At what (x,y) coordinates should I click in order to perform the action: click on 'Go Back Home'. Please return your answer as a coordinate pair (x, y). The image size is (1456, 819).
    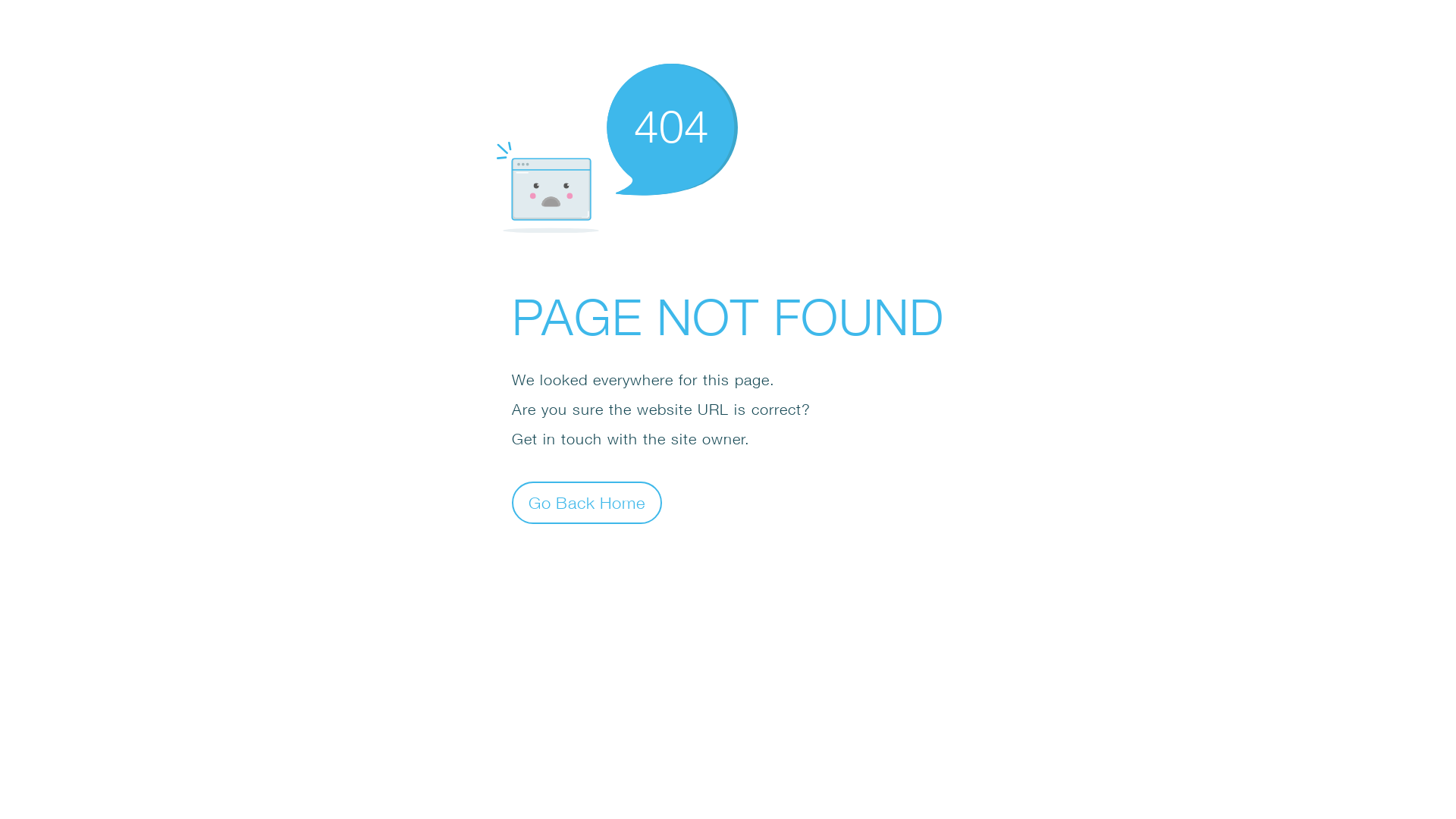
    Looking at the image, I should click on (585, 503).